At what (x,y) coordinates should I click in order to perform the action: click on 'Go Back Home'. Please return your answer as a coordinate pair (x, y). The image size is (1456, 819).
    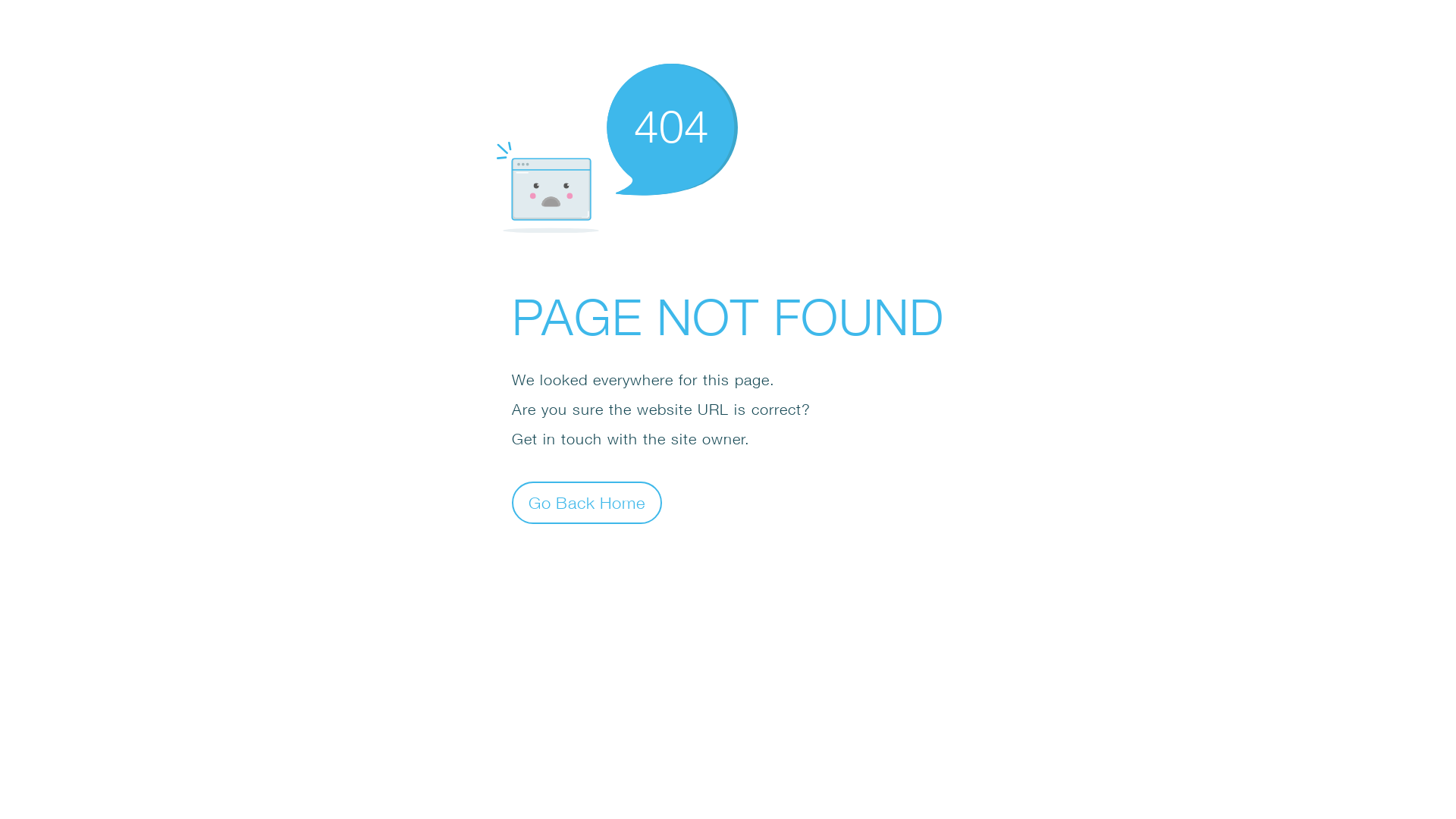
    Looking at the image, I should click on (585, 503).